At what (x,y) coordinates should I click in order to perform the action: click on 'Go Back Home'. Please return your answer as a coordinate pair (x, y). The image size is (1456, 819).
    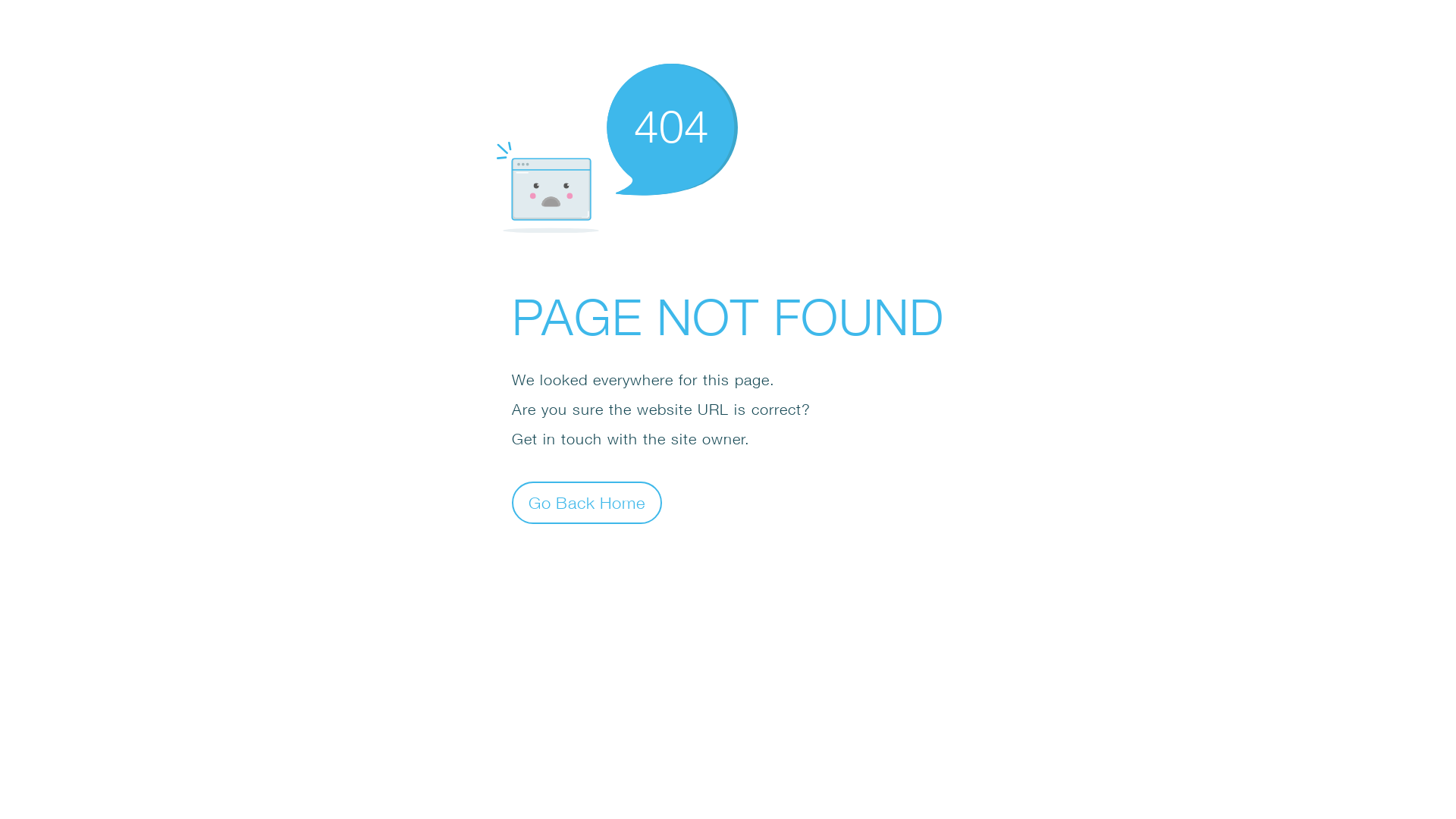
    Looking at the image, I should click on (585, 503).